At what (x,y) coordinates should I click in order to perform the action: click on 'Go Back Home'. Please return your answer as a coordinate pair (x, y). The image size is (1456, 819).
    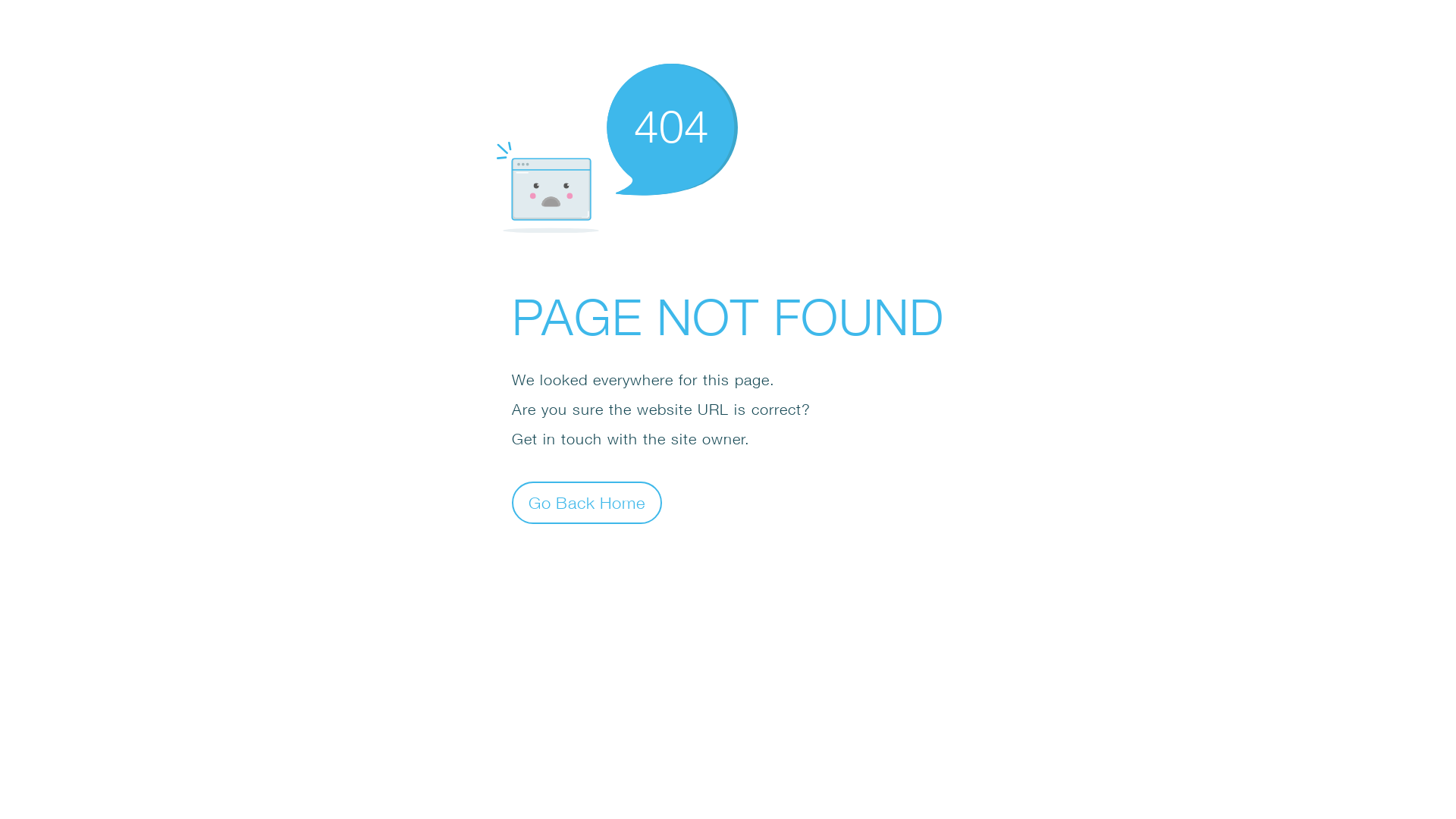
    Looking at the image, I should click on (585, 503).